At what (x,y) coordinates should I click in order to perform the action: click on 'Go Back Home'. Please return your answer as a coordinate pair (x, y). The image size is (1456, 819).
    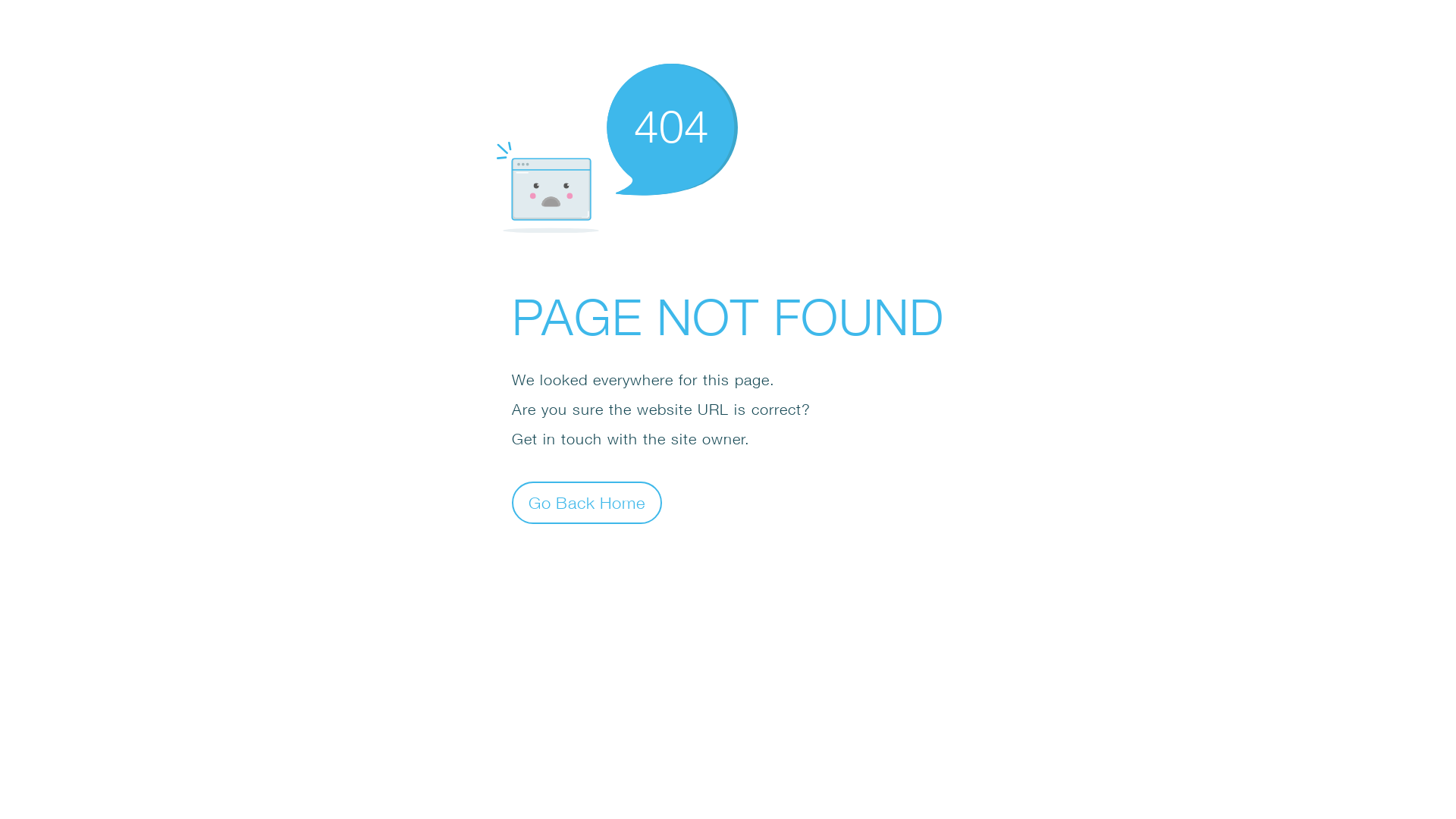
    Looking at the image, I should click on (585, 503).